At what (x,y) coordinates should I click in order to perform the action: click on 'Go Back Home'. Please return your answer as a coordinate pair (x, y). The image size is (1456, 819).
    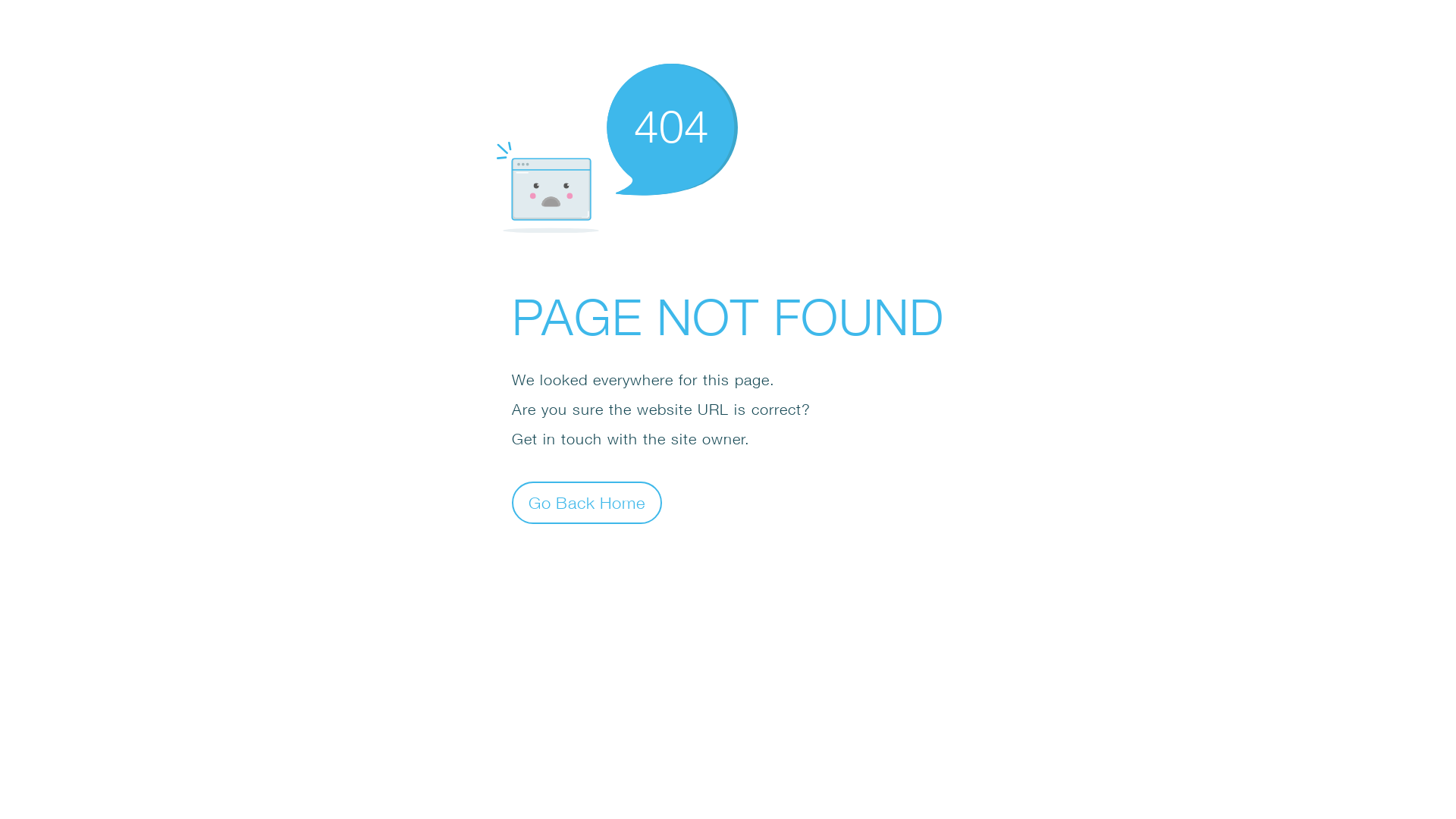
    Looking at the image, I should click on (585, 503).